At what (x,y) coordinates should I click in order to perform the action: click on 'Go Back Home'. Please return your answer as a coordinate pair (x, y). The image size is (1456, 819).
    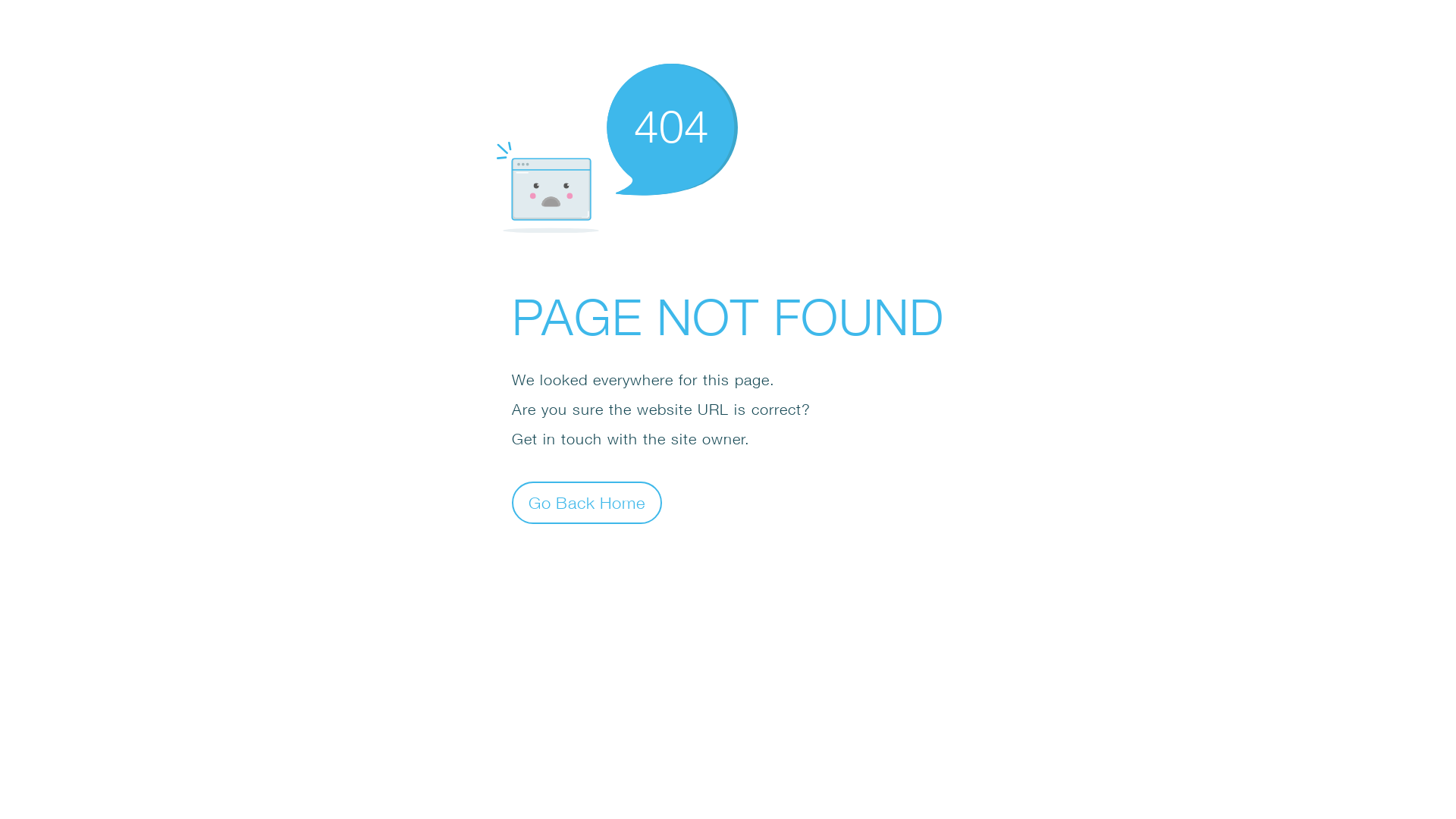
    Looking at the image, I should click on (585, 503).